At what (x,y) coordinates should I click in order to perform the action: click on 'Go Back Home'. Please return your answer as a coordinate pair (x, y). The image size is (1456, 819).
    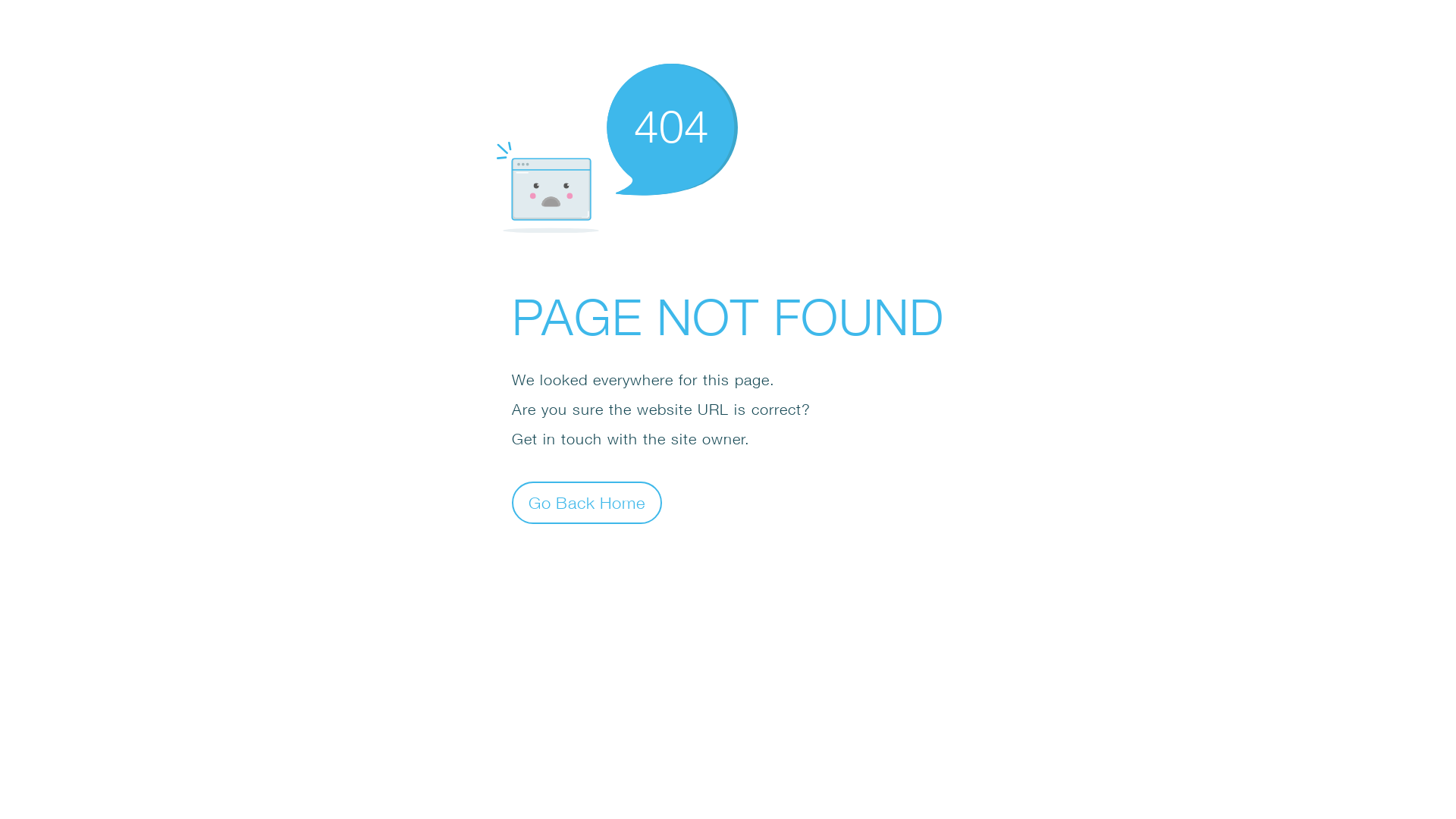
    Looking at the image, I should click on (585, 503).